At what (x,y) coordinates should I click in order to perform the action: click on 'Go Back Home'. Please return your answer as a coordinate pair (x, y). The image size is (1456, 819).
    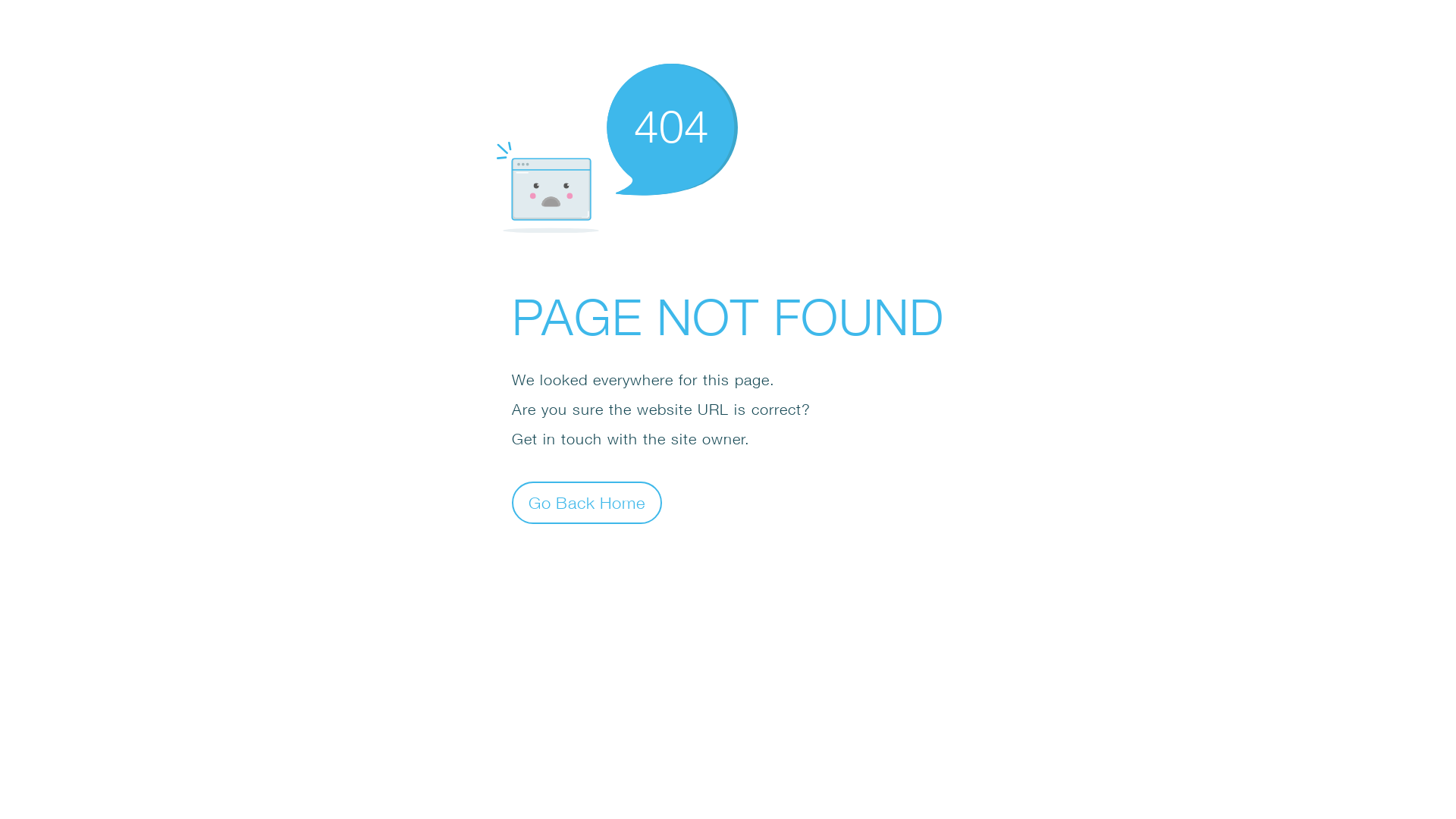
    Looking at the image, I should click on (585, 503).